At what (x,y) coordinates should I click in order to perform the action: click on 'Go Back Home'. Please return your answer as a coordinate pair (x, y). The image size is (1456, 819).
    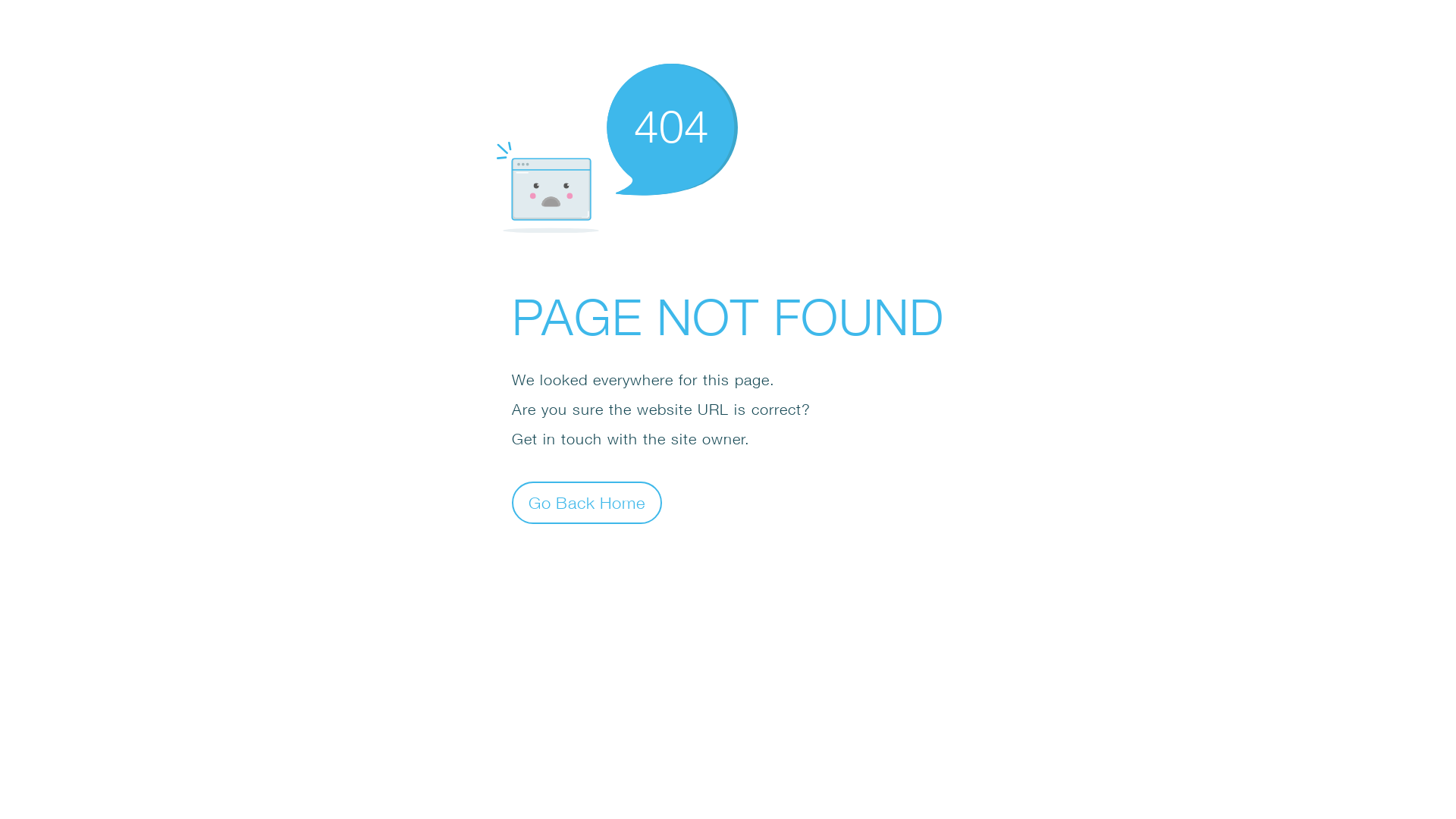
    Looking at the image, I should click on (585, 503).